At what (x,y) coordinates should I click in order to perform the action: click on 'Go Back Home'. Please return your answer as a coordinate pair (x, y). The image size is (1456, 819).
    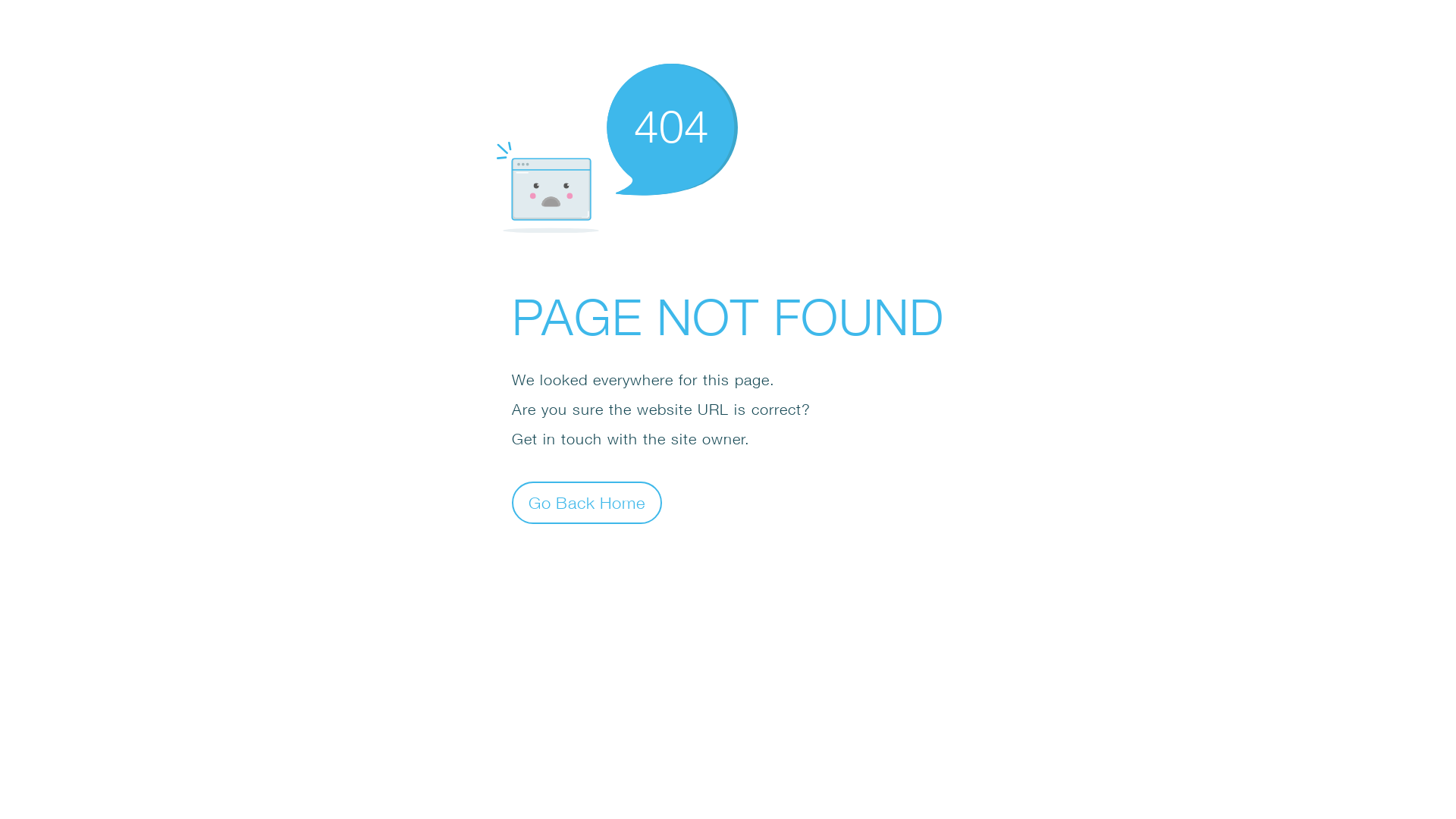
    Looking at the image, I should click on (585, 503).